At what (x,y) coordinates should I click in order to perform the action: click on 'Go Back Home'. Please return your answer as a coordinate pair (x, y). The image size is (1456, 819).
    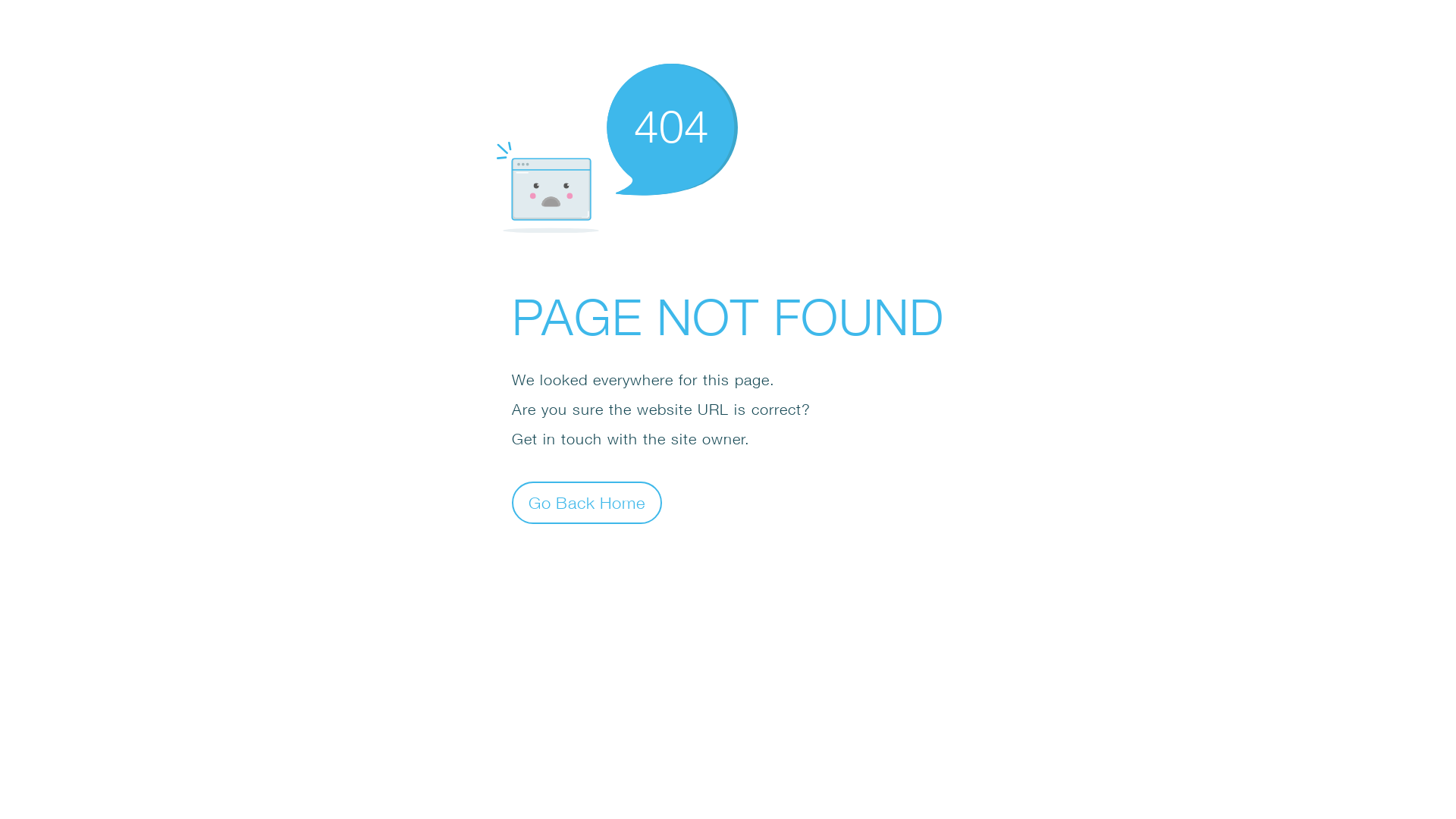
    Looking at the image, I should click on (585, 503).